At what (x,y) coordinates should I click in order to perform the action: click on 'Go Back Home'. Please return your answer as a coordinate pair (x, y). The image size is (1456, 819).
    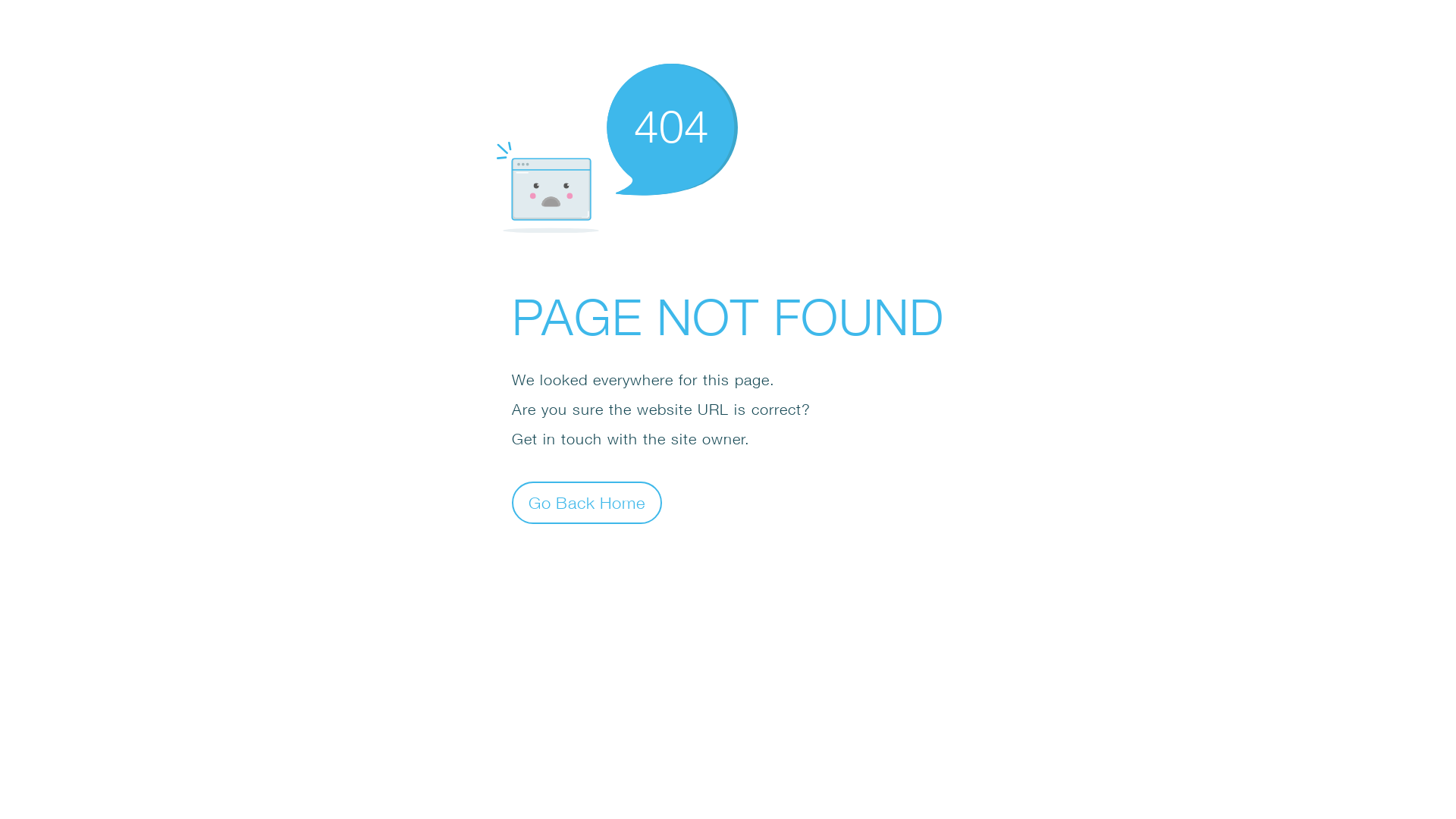
    Looking at the image, I should click on (585, 503).